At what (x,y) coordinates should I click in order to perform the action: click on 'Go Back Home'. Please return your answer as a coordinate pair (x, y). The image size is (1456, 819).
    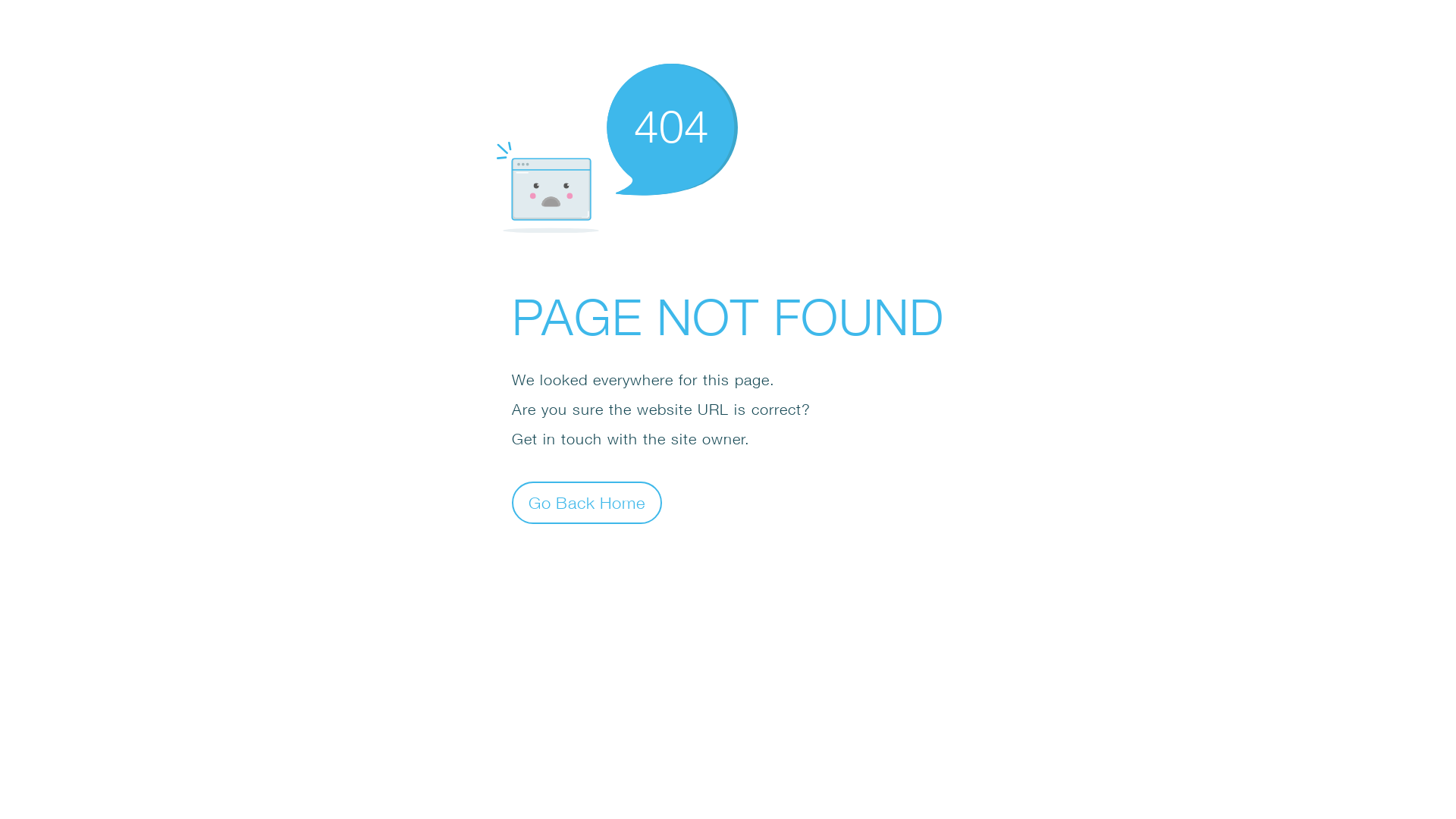
    Looking at the image, I should click on (585, 503).